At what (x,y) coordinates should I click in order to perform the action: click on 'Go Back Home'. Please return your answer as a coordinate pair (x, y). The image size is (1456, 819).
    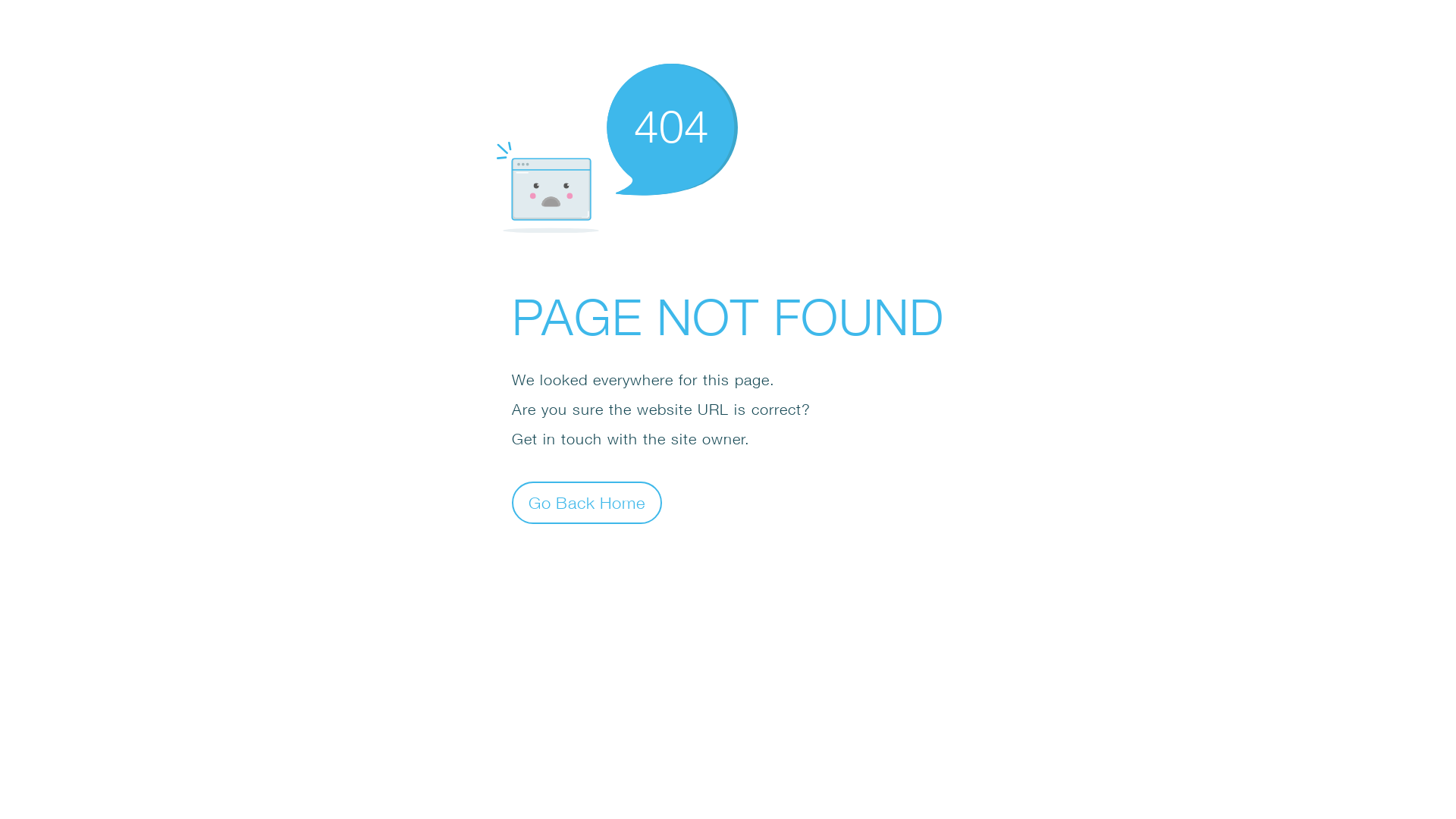
    Looking at the image, I should click on (585, 503).